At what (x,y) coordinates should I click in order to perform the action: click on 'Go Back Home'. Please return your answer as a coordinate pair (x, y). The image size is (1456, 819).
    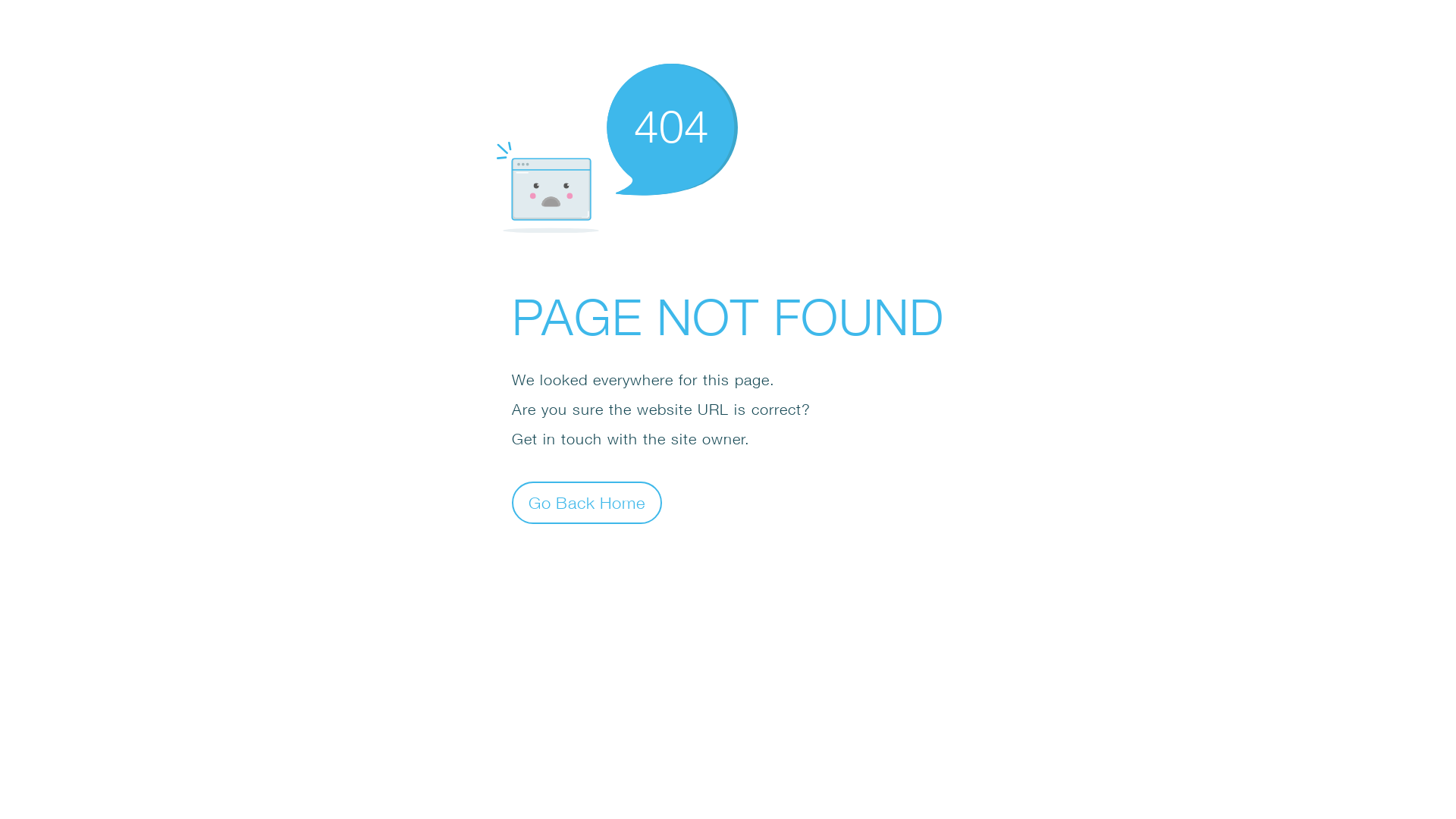
    Looking at the image, I should click on (585, 503).